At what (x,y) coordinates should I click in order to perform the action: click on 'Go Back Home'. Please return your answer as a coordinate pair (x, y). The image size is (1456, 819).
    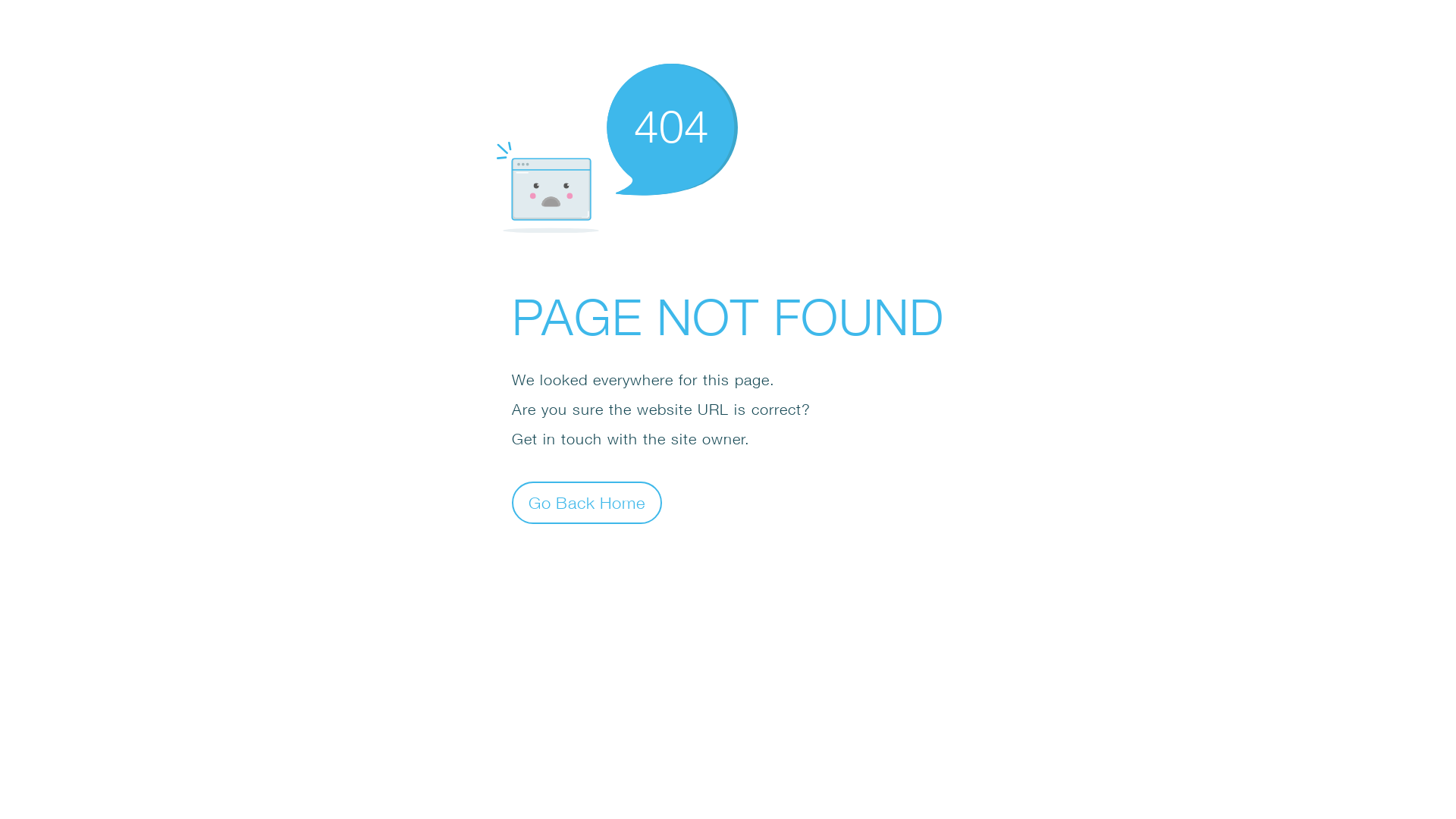
    Looking at the image, I should click on (585, 503).